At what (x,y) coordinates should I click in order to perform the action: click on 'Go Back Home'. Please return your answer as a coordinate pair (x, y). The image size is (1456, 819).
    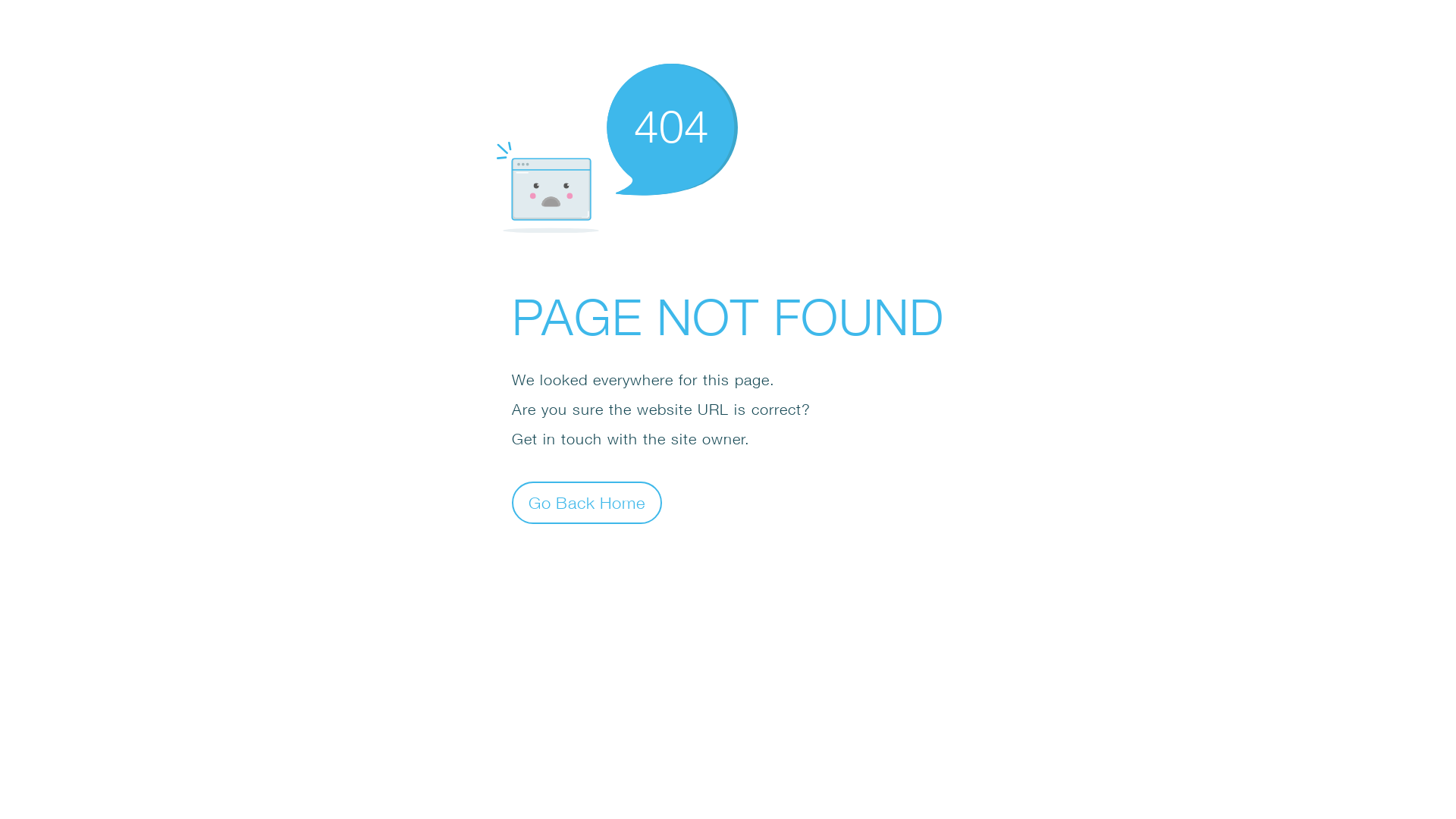
    Looking at the image, I should click on (585, 503).